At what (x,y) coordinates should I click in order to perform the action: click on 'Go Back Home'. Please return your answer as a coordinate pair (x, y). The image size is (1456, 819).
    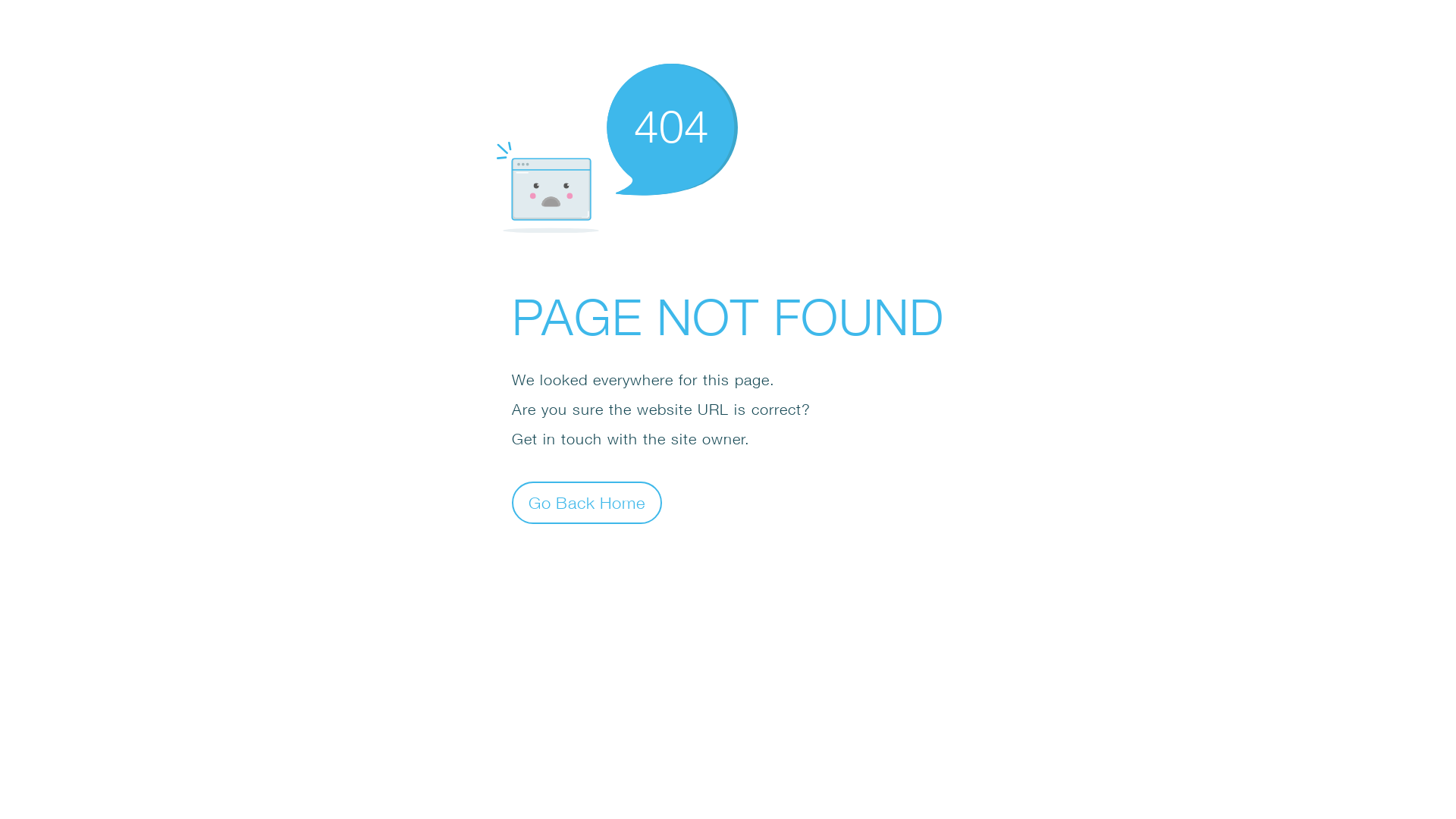
    Looking at the image, I should click on (585, 503).